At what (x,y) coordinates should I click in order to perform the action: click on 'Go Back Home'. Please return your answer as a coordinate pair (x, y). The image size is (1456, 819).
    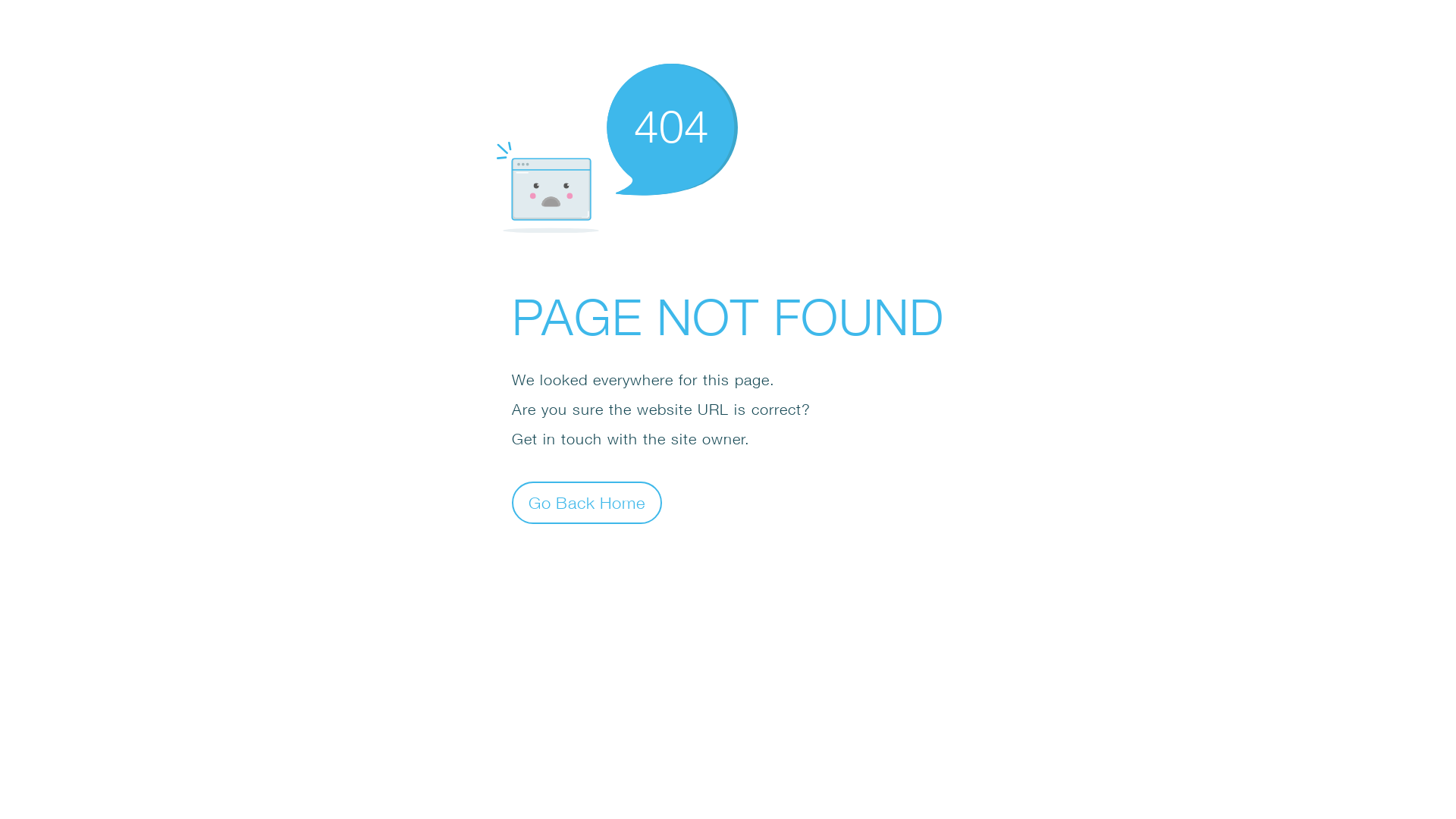
    Looking at the image, I should click on (585, 503).